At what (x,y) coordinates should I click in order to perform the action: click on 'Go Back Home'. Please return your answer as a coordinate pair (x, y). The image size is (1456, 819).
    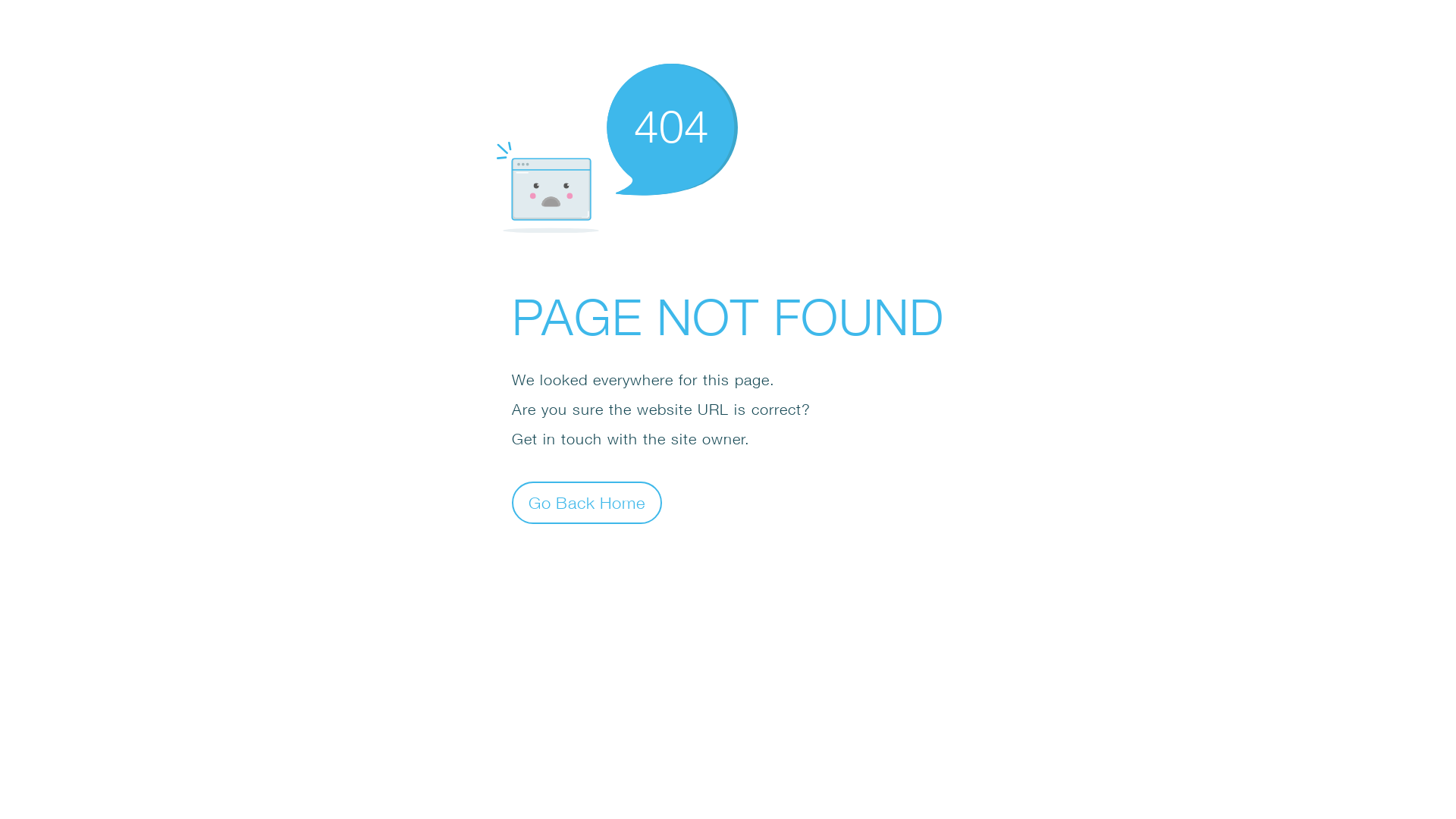
    Looking at the image, I should click on (585, 503).